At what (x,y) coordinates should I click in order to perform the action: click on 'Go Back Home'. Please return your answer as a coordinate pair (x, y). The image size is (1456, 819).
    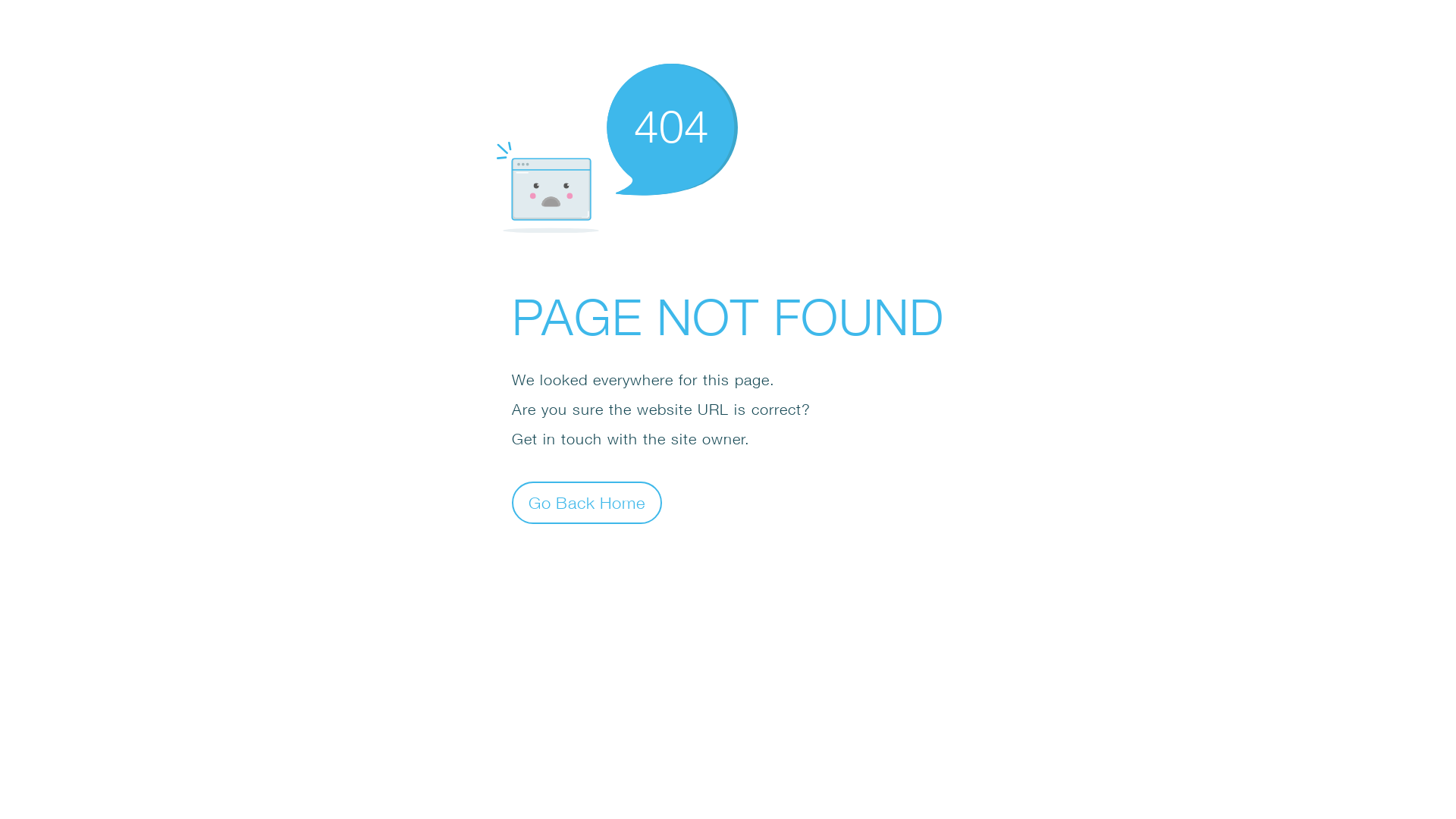
    Looking at the image, I should click on (585, 503).